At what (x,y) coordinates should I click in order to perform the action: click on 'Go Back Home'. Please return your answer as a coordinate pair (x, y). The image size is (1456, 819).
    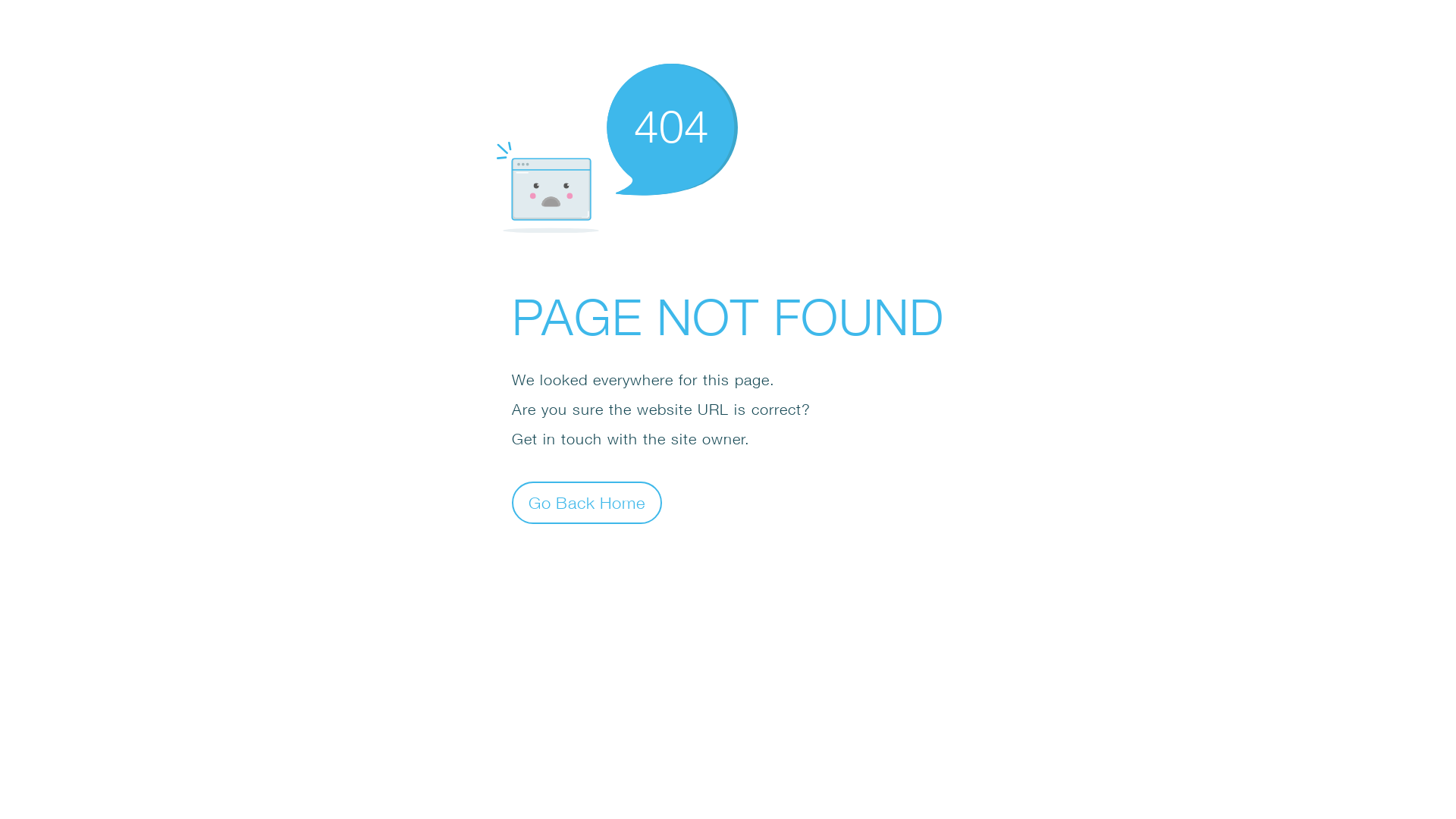
    Looking at the image, I should click on (585, 503).